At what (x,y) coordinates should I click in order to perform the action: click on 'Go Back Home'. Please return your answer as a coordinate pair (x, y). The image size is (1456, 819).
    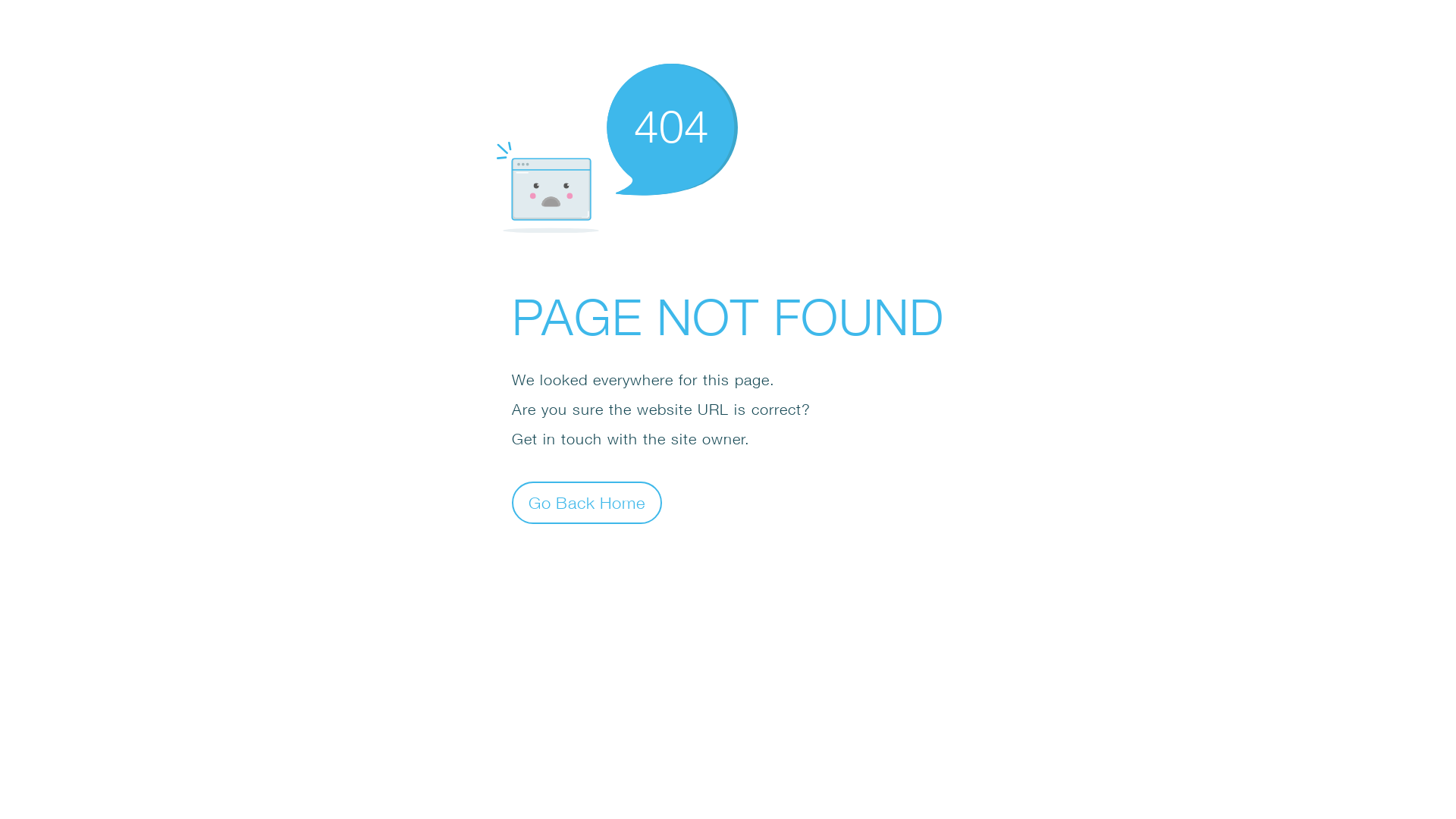
    Looking at the image, I should click on (585, 503).